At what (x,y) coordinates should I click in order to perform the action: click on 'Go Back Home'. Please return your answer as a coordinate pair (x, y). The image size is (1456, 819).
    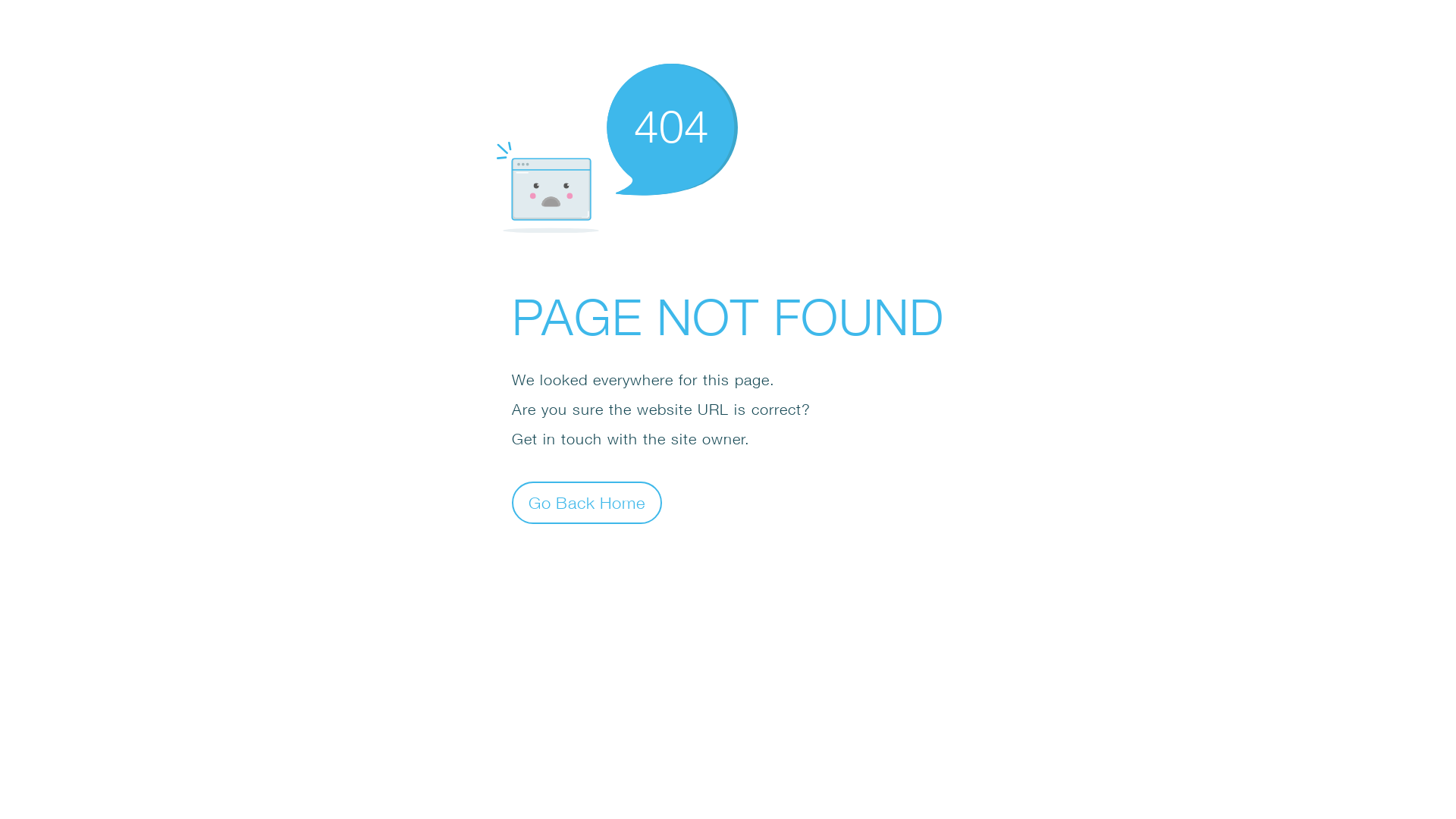
    Looking at the image, I should click on (585, 503).